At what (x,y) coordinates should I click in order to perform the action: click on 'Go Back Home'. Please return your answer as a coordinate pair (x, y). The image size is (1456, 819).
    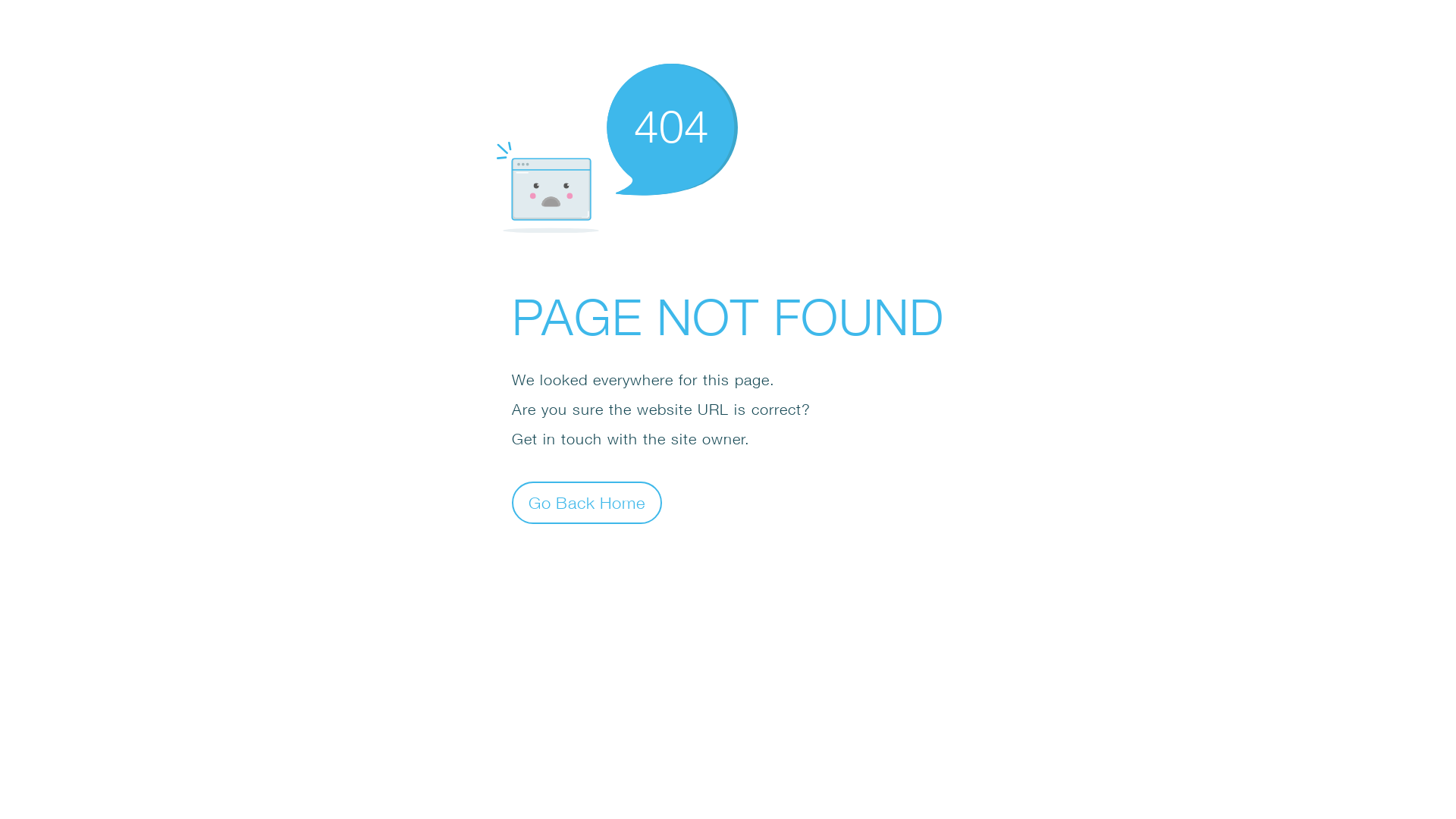
    Looking at the image, I should click on (585, 503).